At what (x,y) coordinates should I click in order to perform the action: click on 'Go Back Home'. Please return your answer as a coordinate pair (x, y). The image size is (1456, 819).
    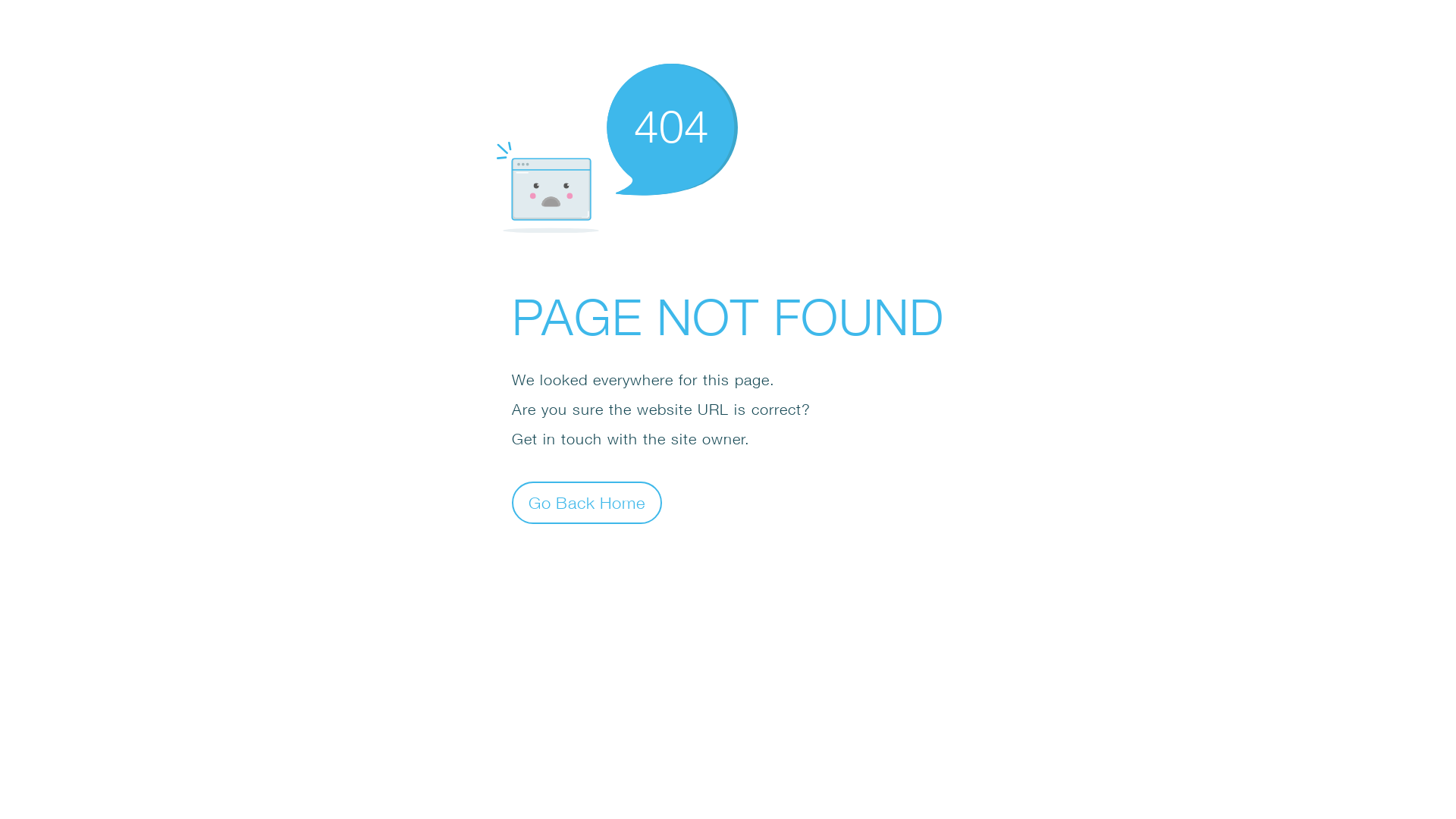
    Looking at the image, I should click on (585, 503).